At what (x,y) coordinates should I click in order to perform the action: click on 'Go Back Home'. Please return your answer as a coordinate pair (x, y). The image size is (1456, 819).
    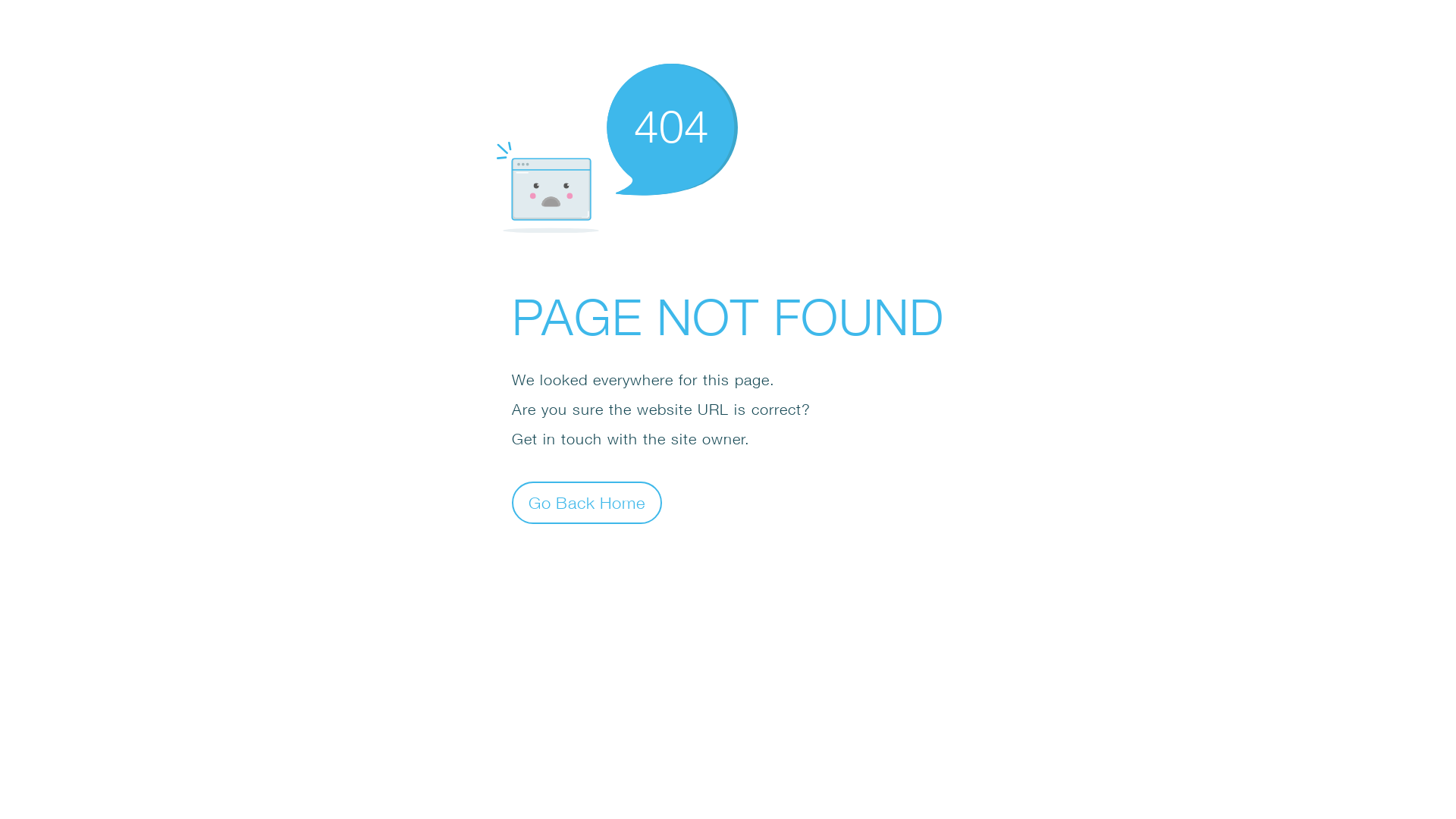
    Looking at the image, I should click on (585, 503).